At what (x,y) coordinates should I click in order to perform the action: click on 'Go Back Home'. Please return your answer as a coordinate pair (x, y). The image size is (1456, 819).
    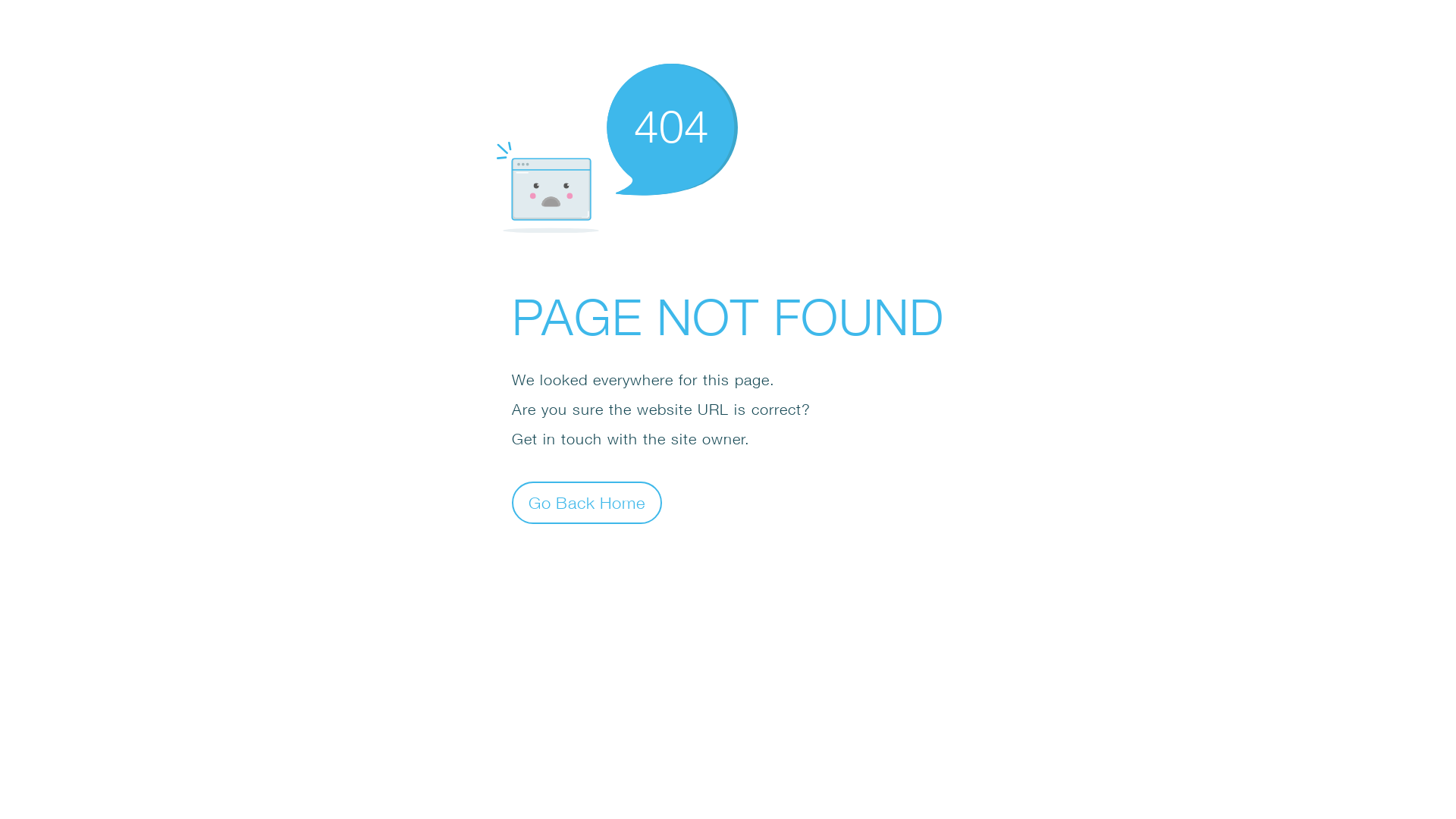
    Looking at the image, I should click on (585, 503).